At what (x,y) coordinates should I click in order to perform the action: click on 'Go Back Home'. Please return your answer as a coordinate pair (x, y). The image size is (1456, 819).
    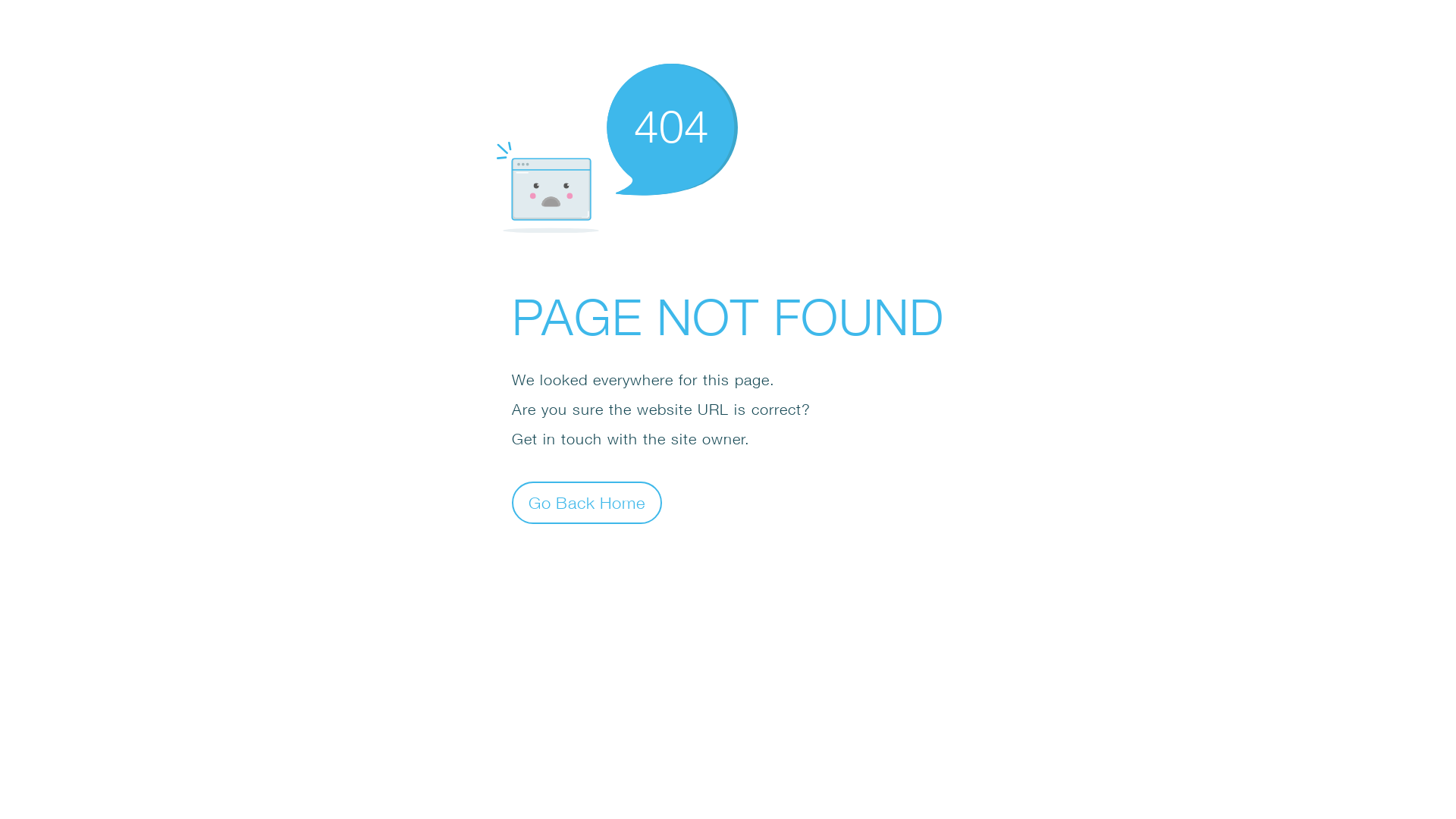
    Looking at the image, I should click on (585, 503).